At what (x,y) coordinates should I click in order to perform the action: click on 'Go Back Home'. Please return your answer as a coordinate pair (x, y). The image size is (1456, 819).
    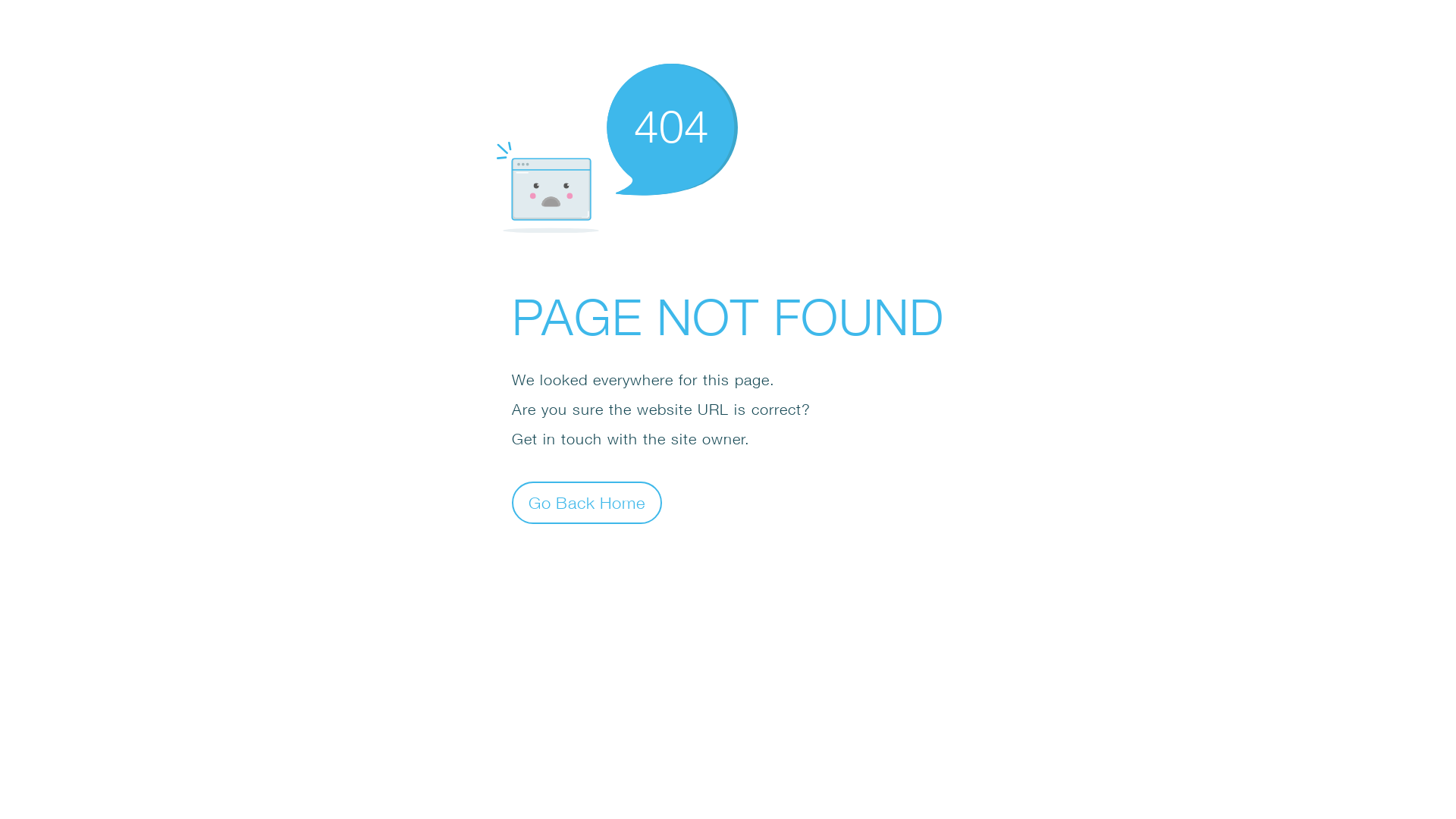
    Looking at the image, I should click on (585, 503).